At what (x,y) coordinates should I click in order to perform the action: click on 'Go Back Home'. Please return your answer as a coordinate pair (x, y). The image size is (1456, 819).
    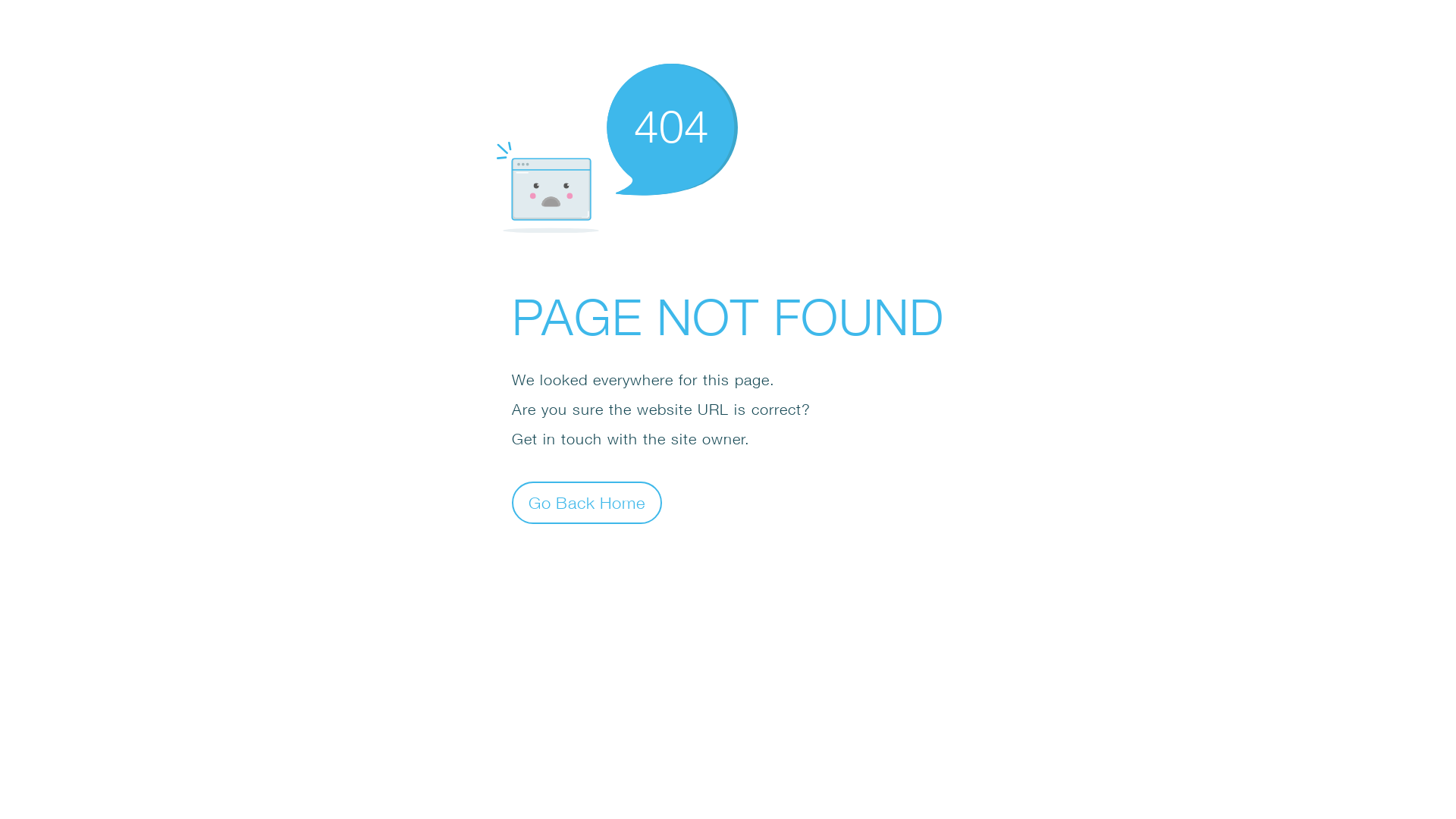
    Looking at the image, I should click on (585, 503).